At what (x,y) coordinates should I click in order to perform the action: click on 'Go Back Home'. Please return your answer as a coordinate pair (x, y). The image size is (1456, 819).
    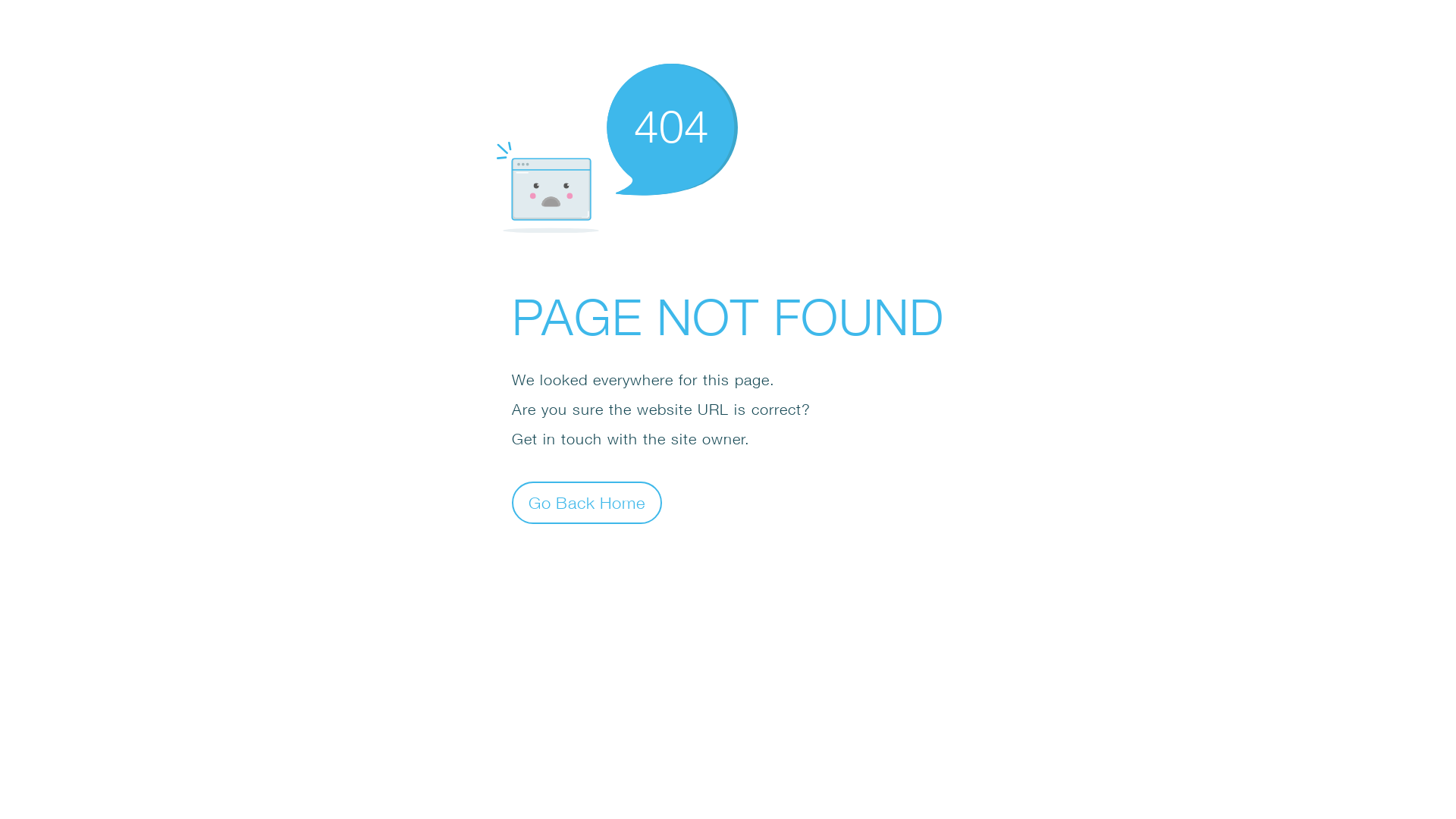
    Looking at the image, I should click on (585, 503).